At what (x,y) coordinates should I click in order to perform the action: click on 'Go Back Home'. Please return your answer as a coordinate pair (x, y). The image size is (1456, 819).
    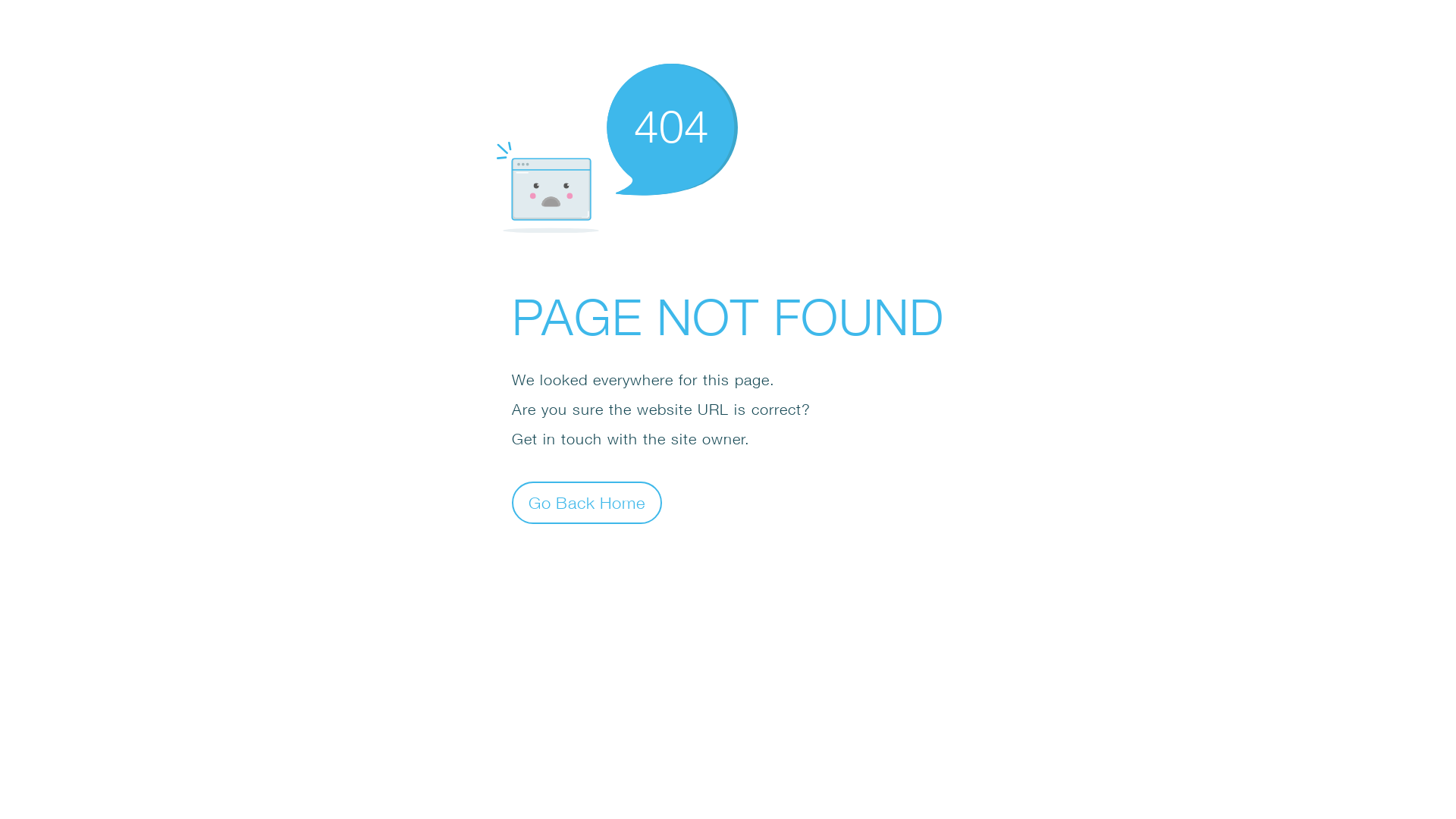
    Looking at the image, I should click on (585, 503).